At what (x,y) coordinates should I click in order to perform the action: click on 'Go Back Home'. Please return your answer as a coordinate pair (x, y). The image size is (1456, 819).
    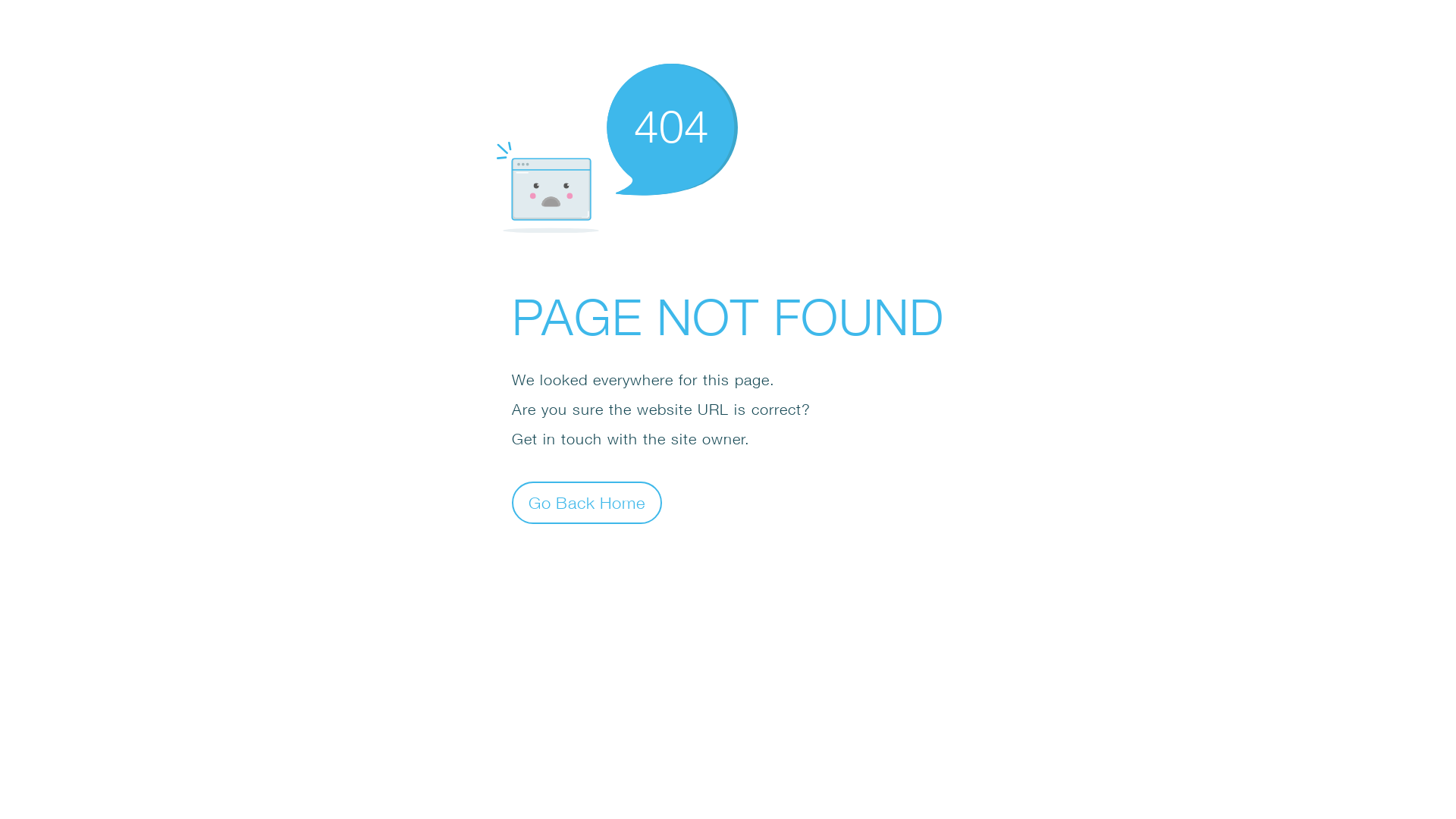
    Looking at the image, I should click on (585, 503).